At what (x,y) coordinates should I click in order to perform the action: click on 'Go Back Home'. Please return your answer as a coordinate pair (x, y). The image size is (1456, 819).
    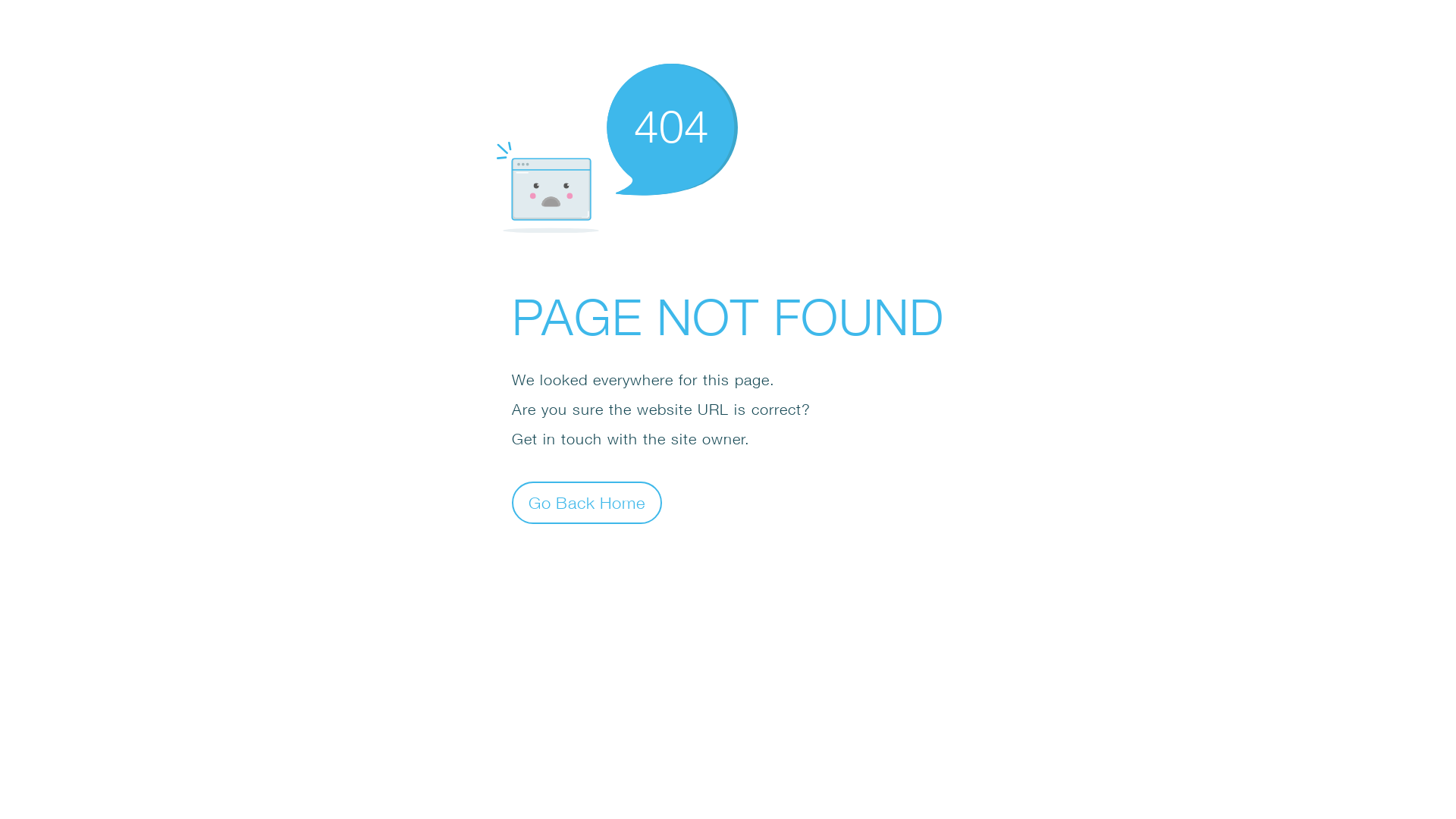
    Looking at the image, I should click on (585, 503).